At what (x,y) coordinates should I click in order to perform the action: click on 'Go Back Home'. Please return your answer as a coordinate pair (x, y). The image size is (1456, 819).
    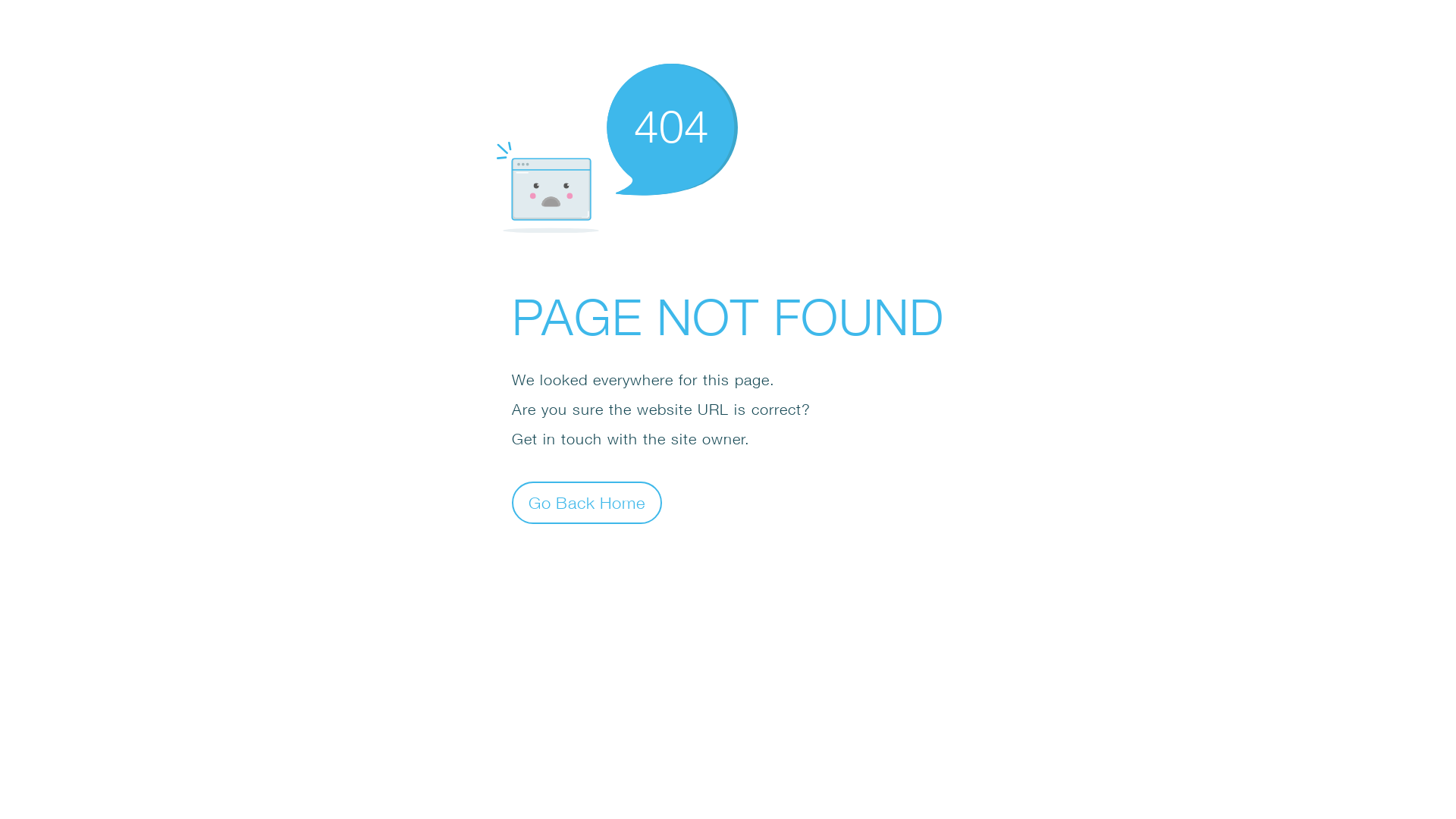
    Looking at the image, I should click on (585, 503).